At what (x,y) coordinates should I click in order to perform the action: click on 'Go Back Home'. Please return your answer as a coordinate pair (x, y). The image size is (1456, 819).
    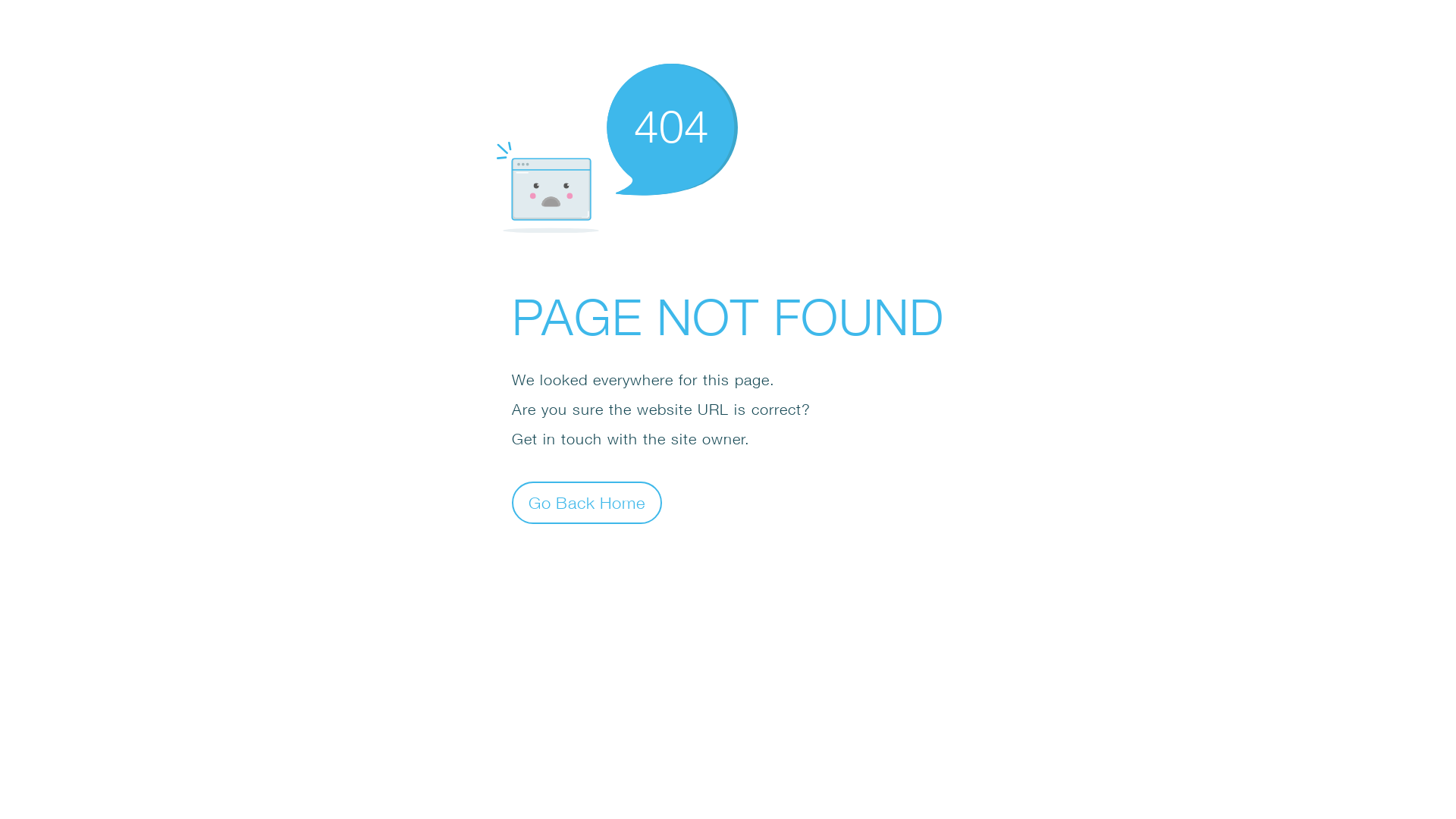
    Looking at the image, I should click on (585, 503).